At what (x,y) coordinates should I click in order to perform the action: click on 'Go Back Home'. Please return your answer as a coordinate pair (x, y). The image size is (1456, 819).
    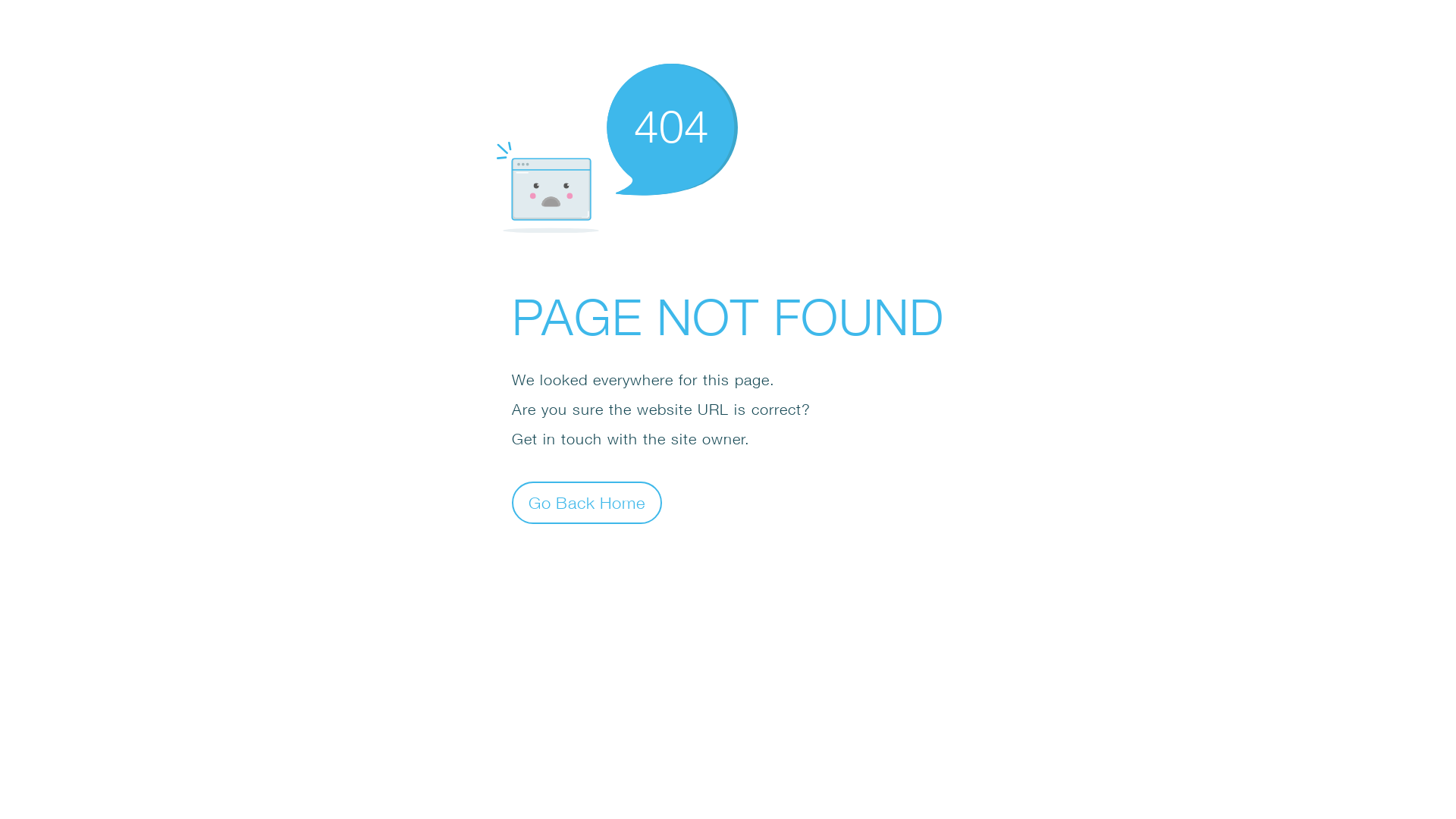
    Looking at the image, I should click on (585, 503).